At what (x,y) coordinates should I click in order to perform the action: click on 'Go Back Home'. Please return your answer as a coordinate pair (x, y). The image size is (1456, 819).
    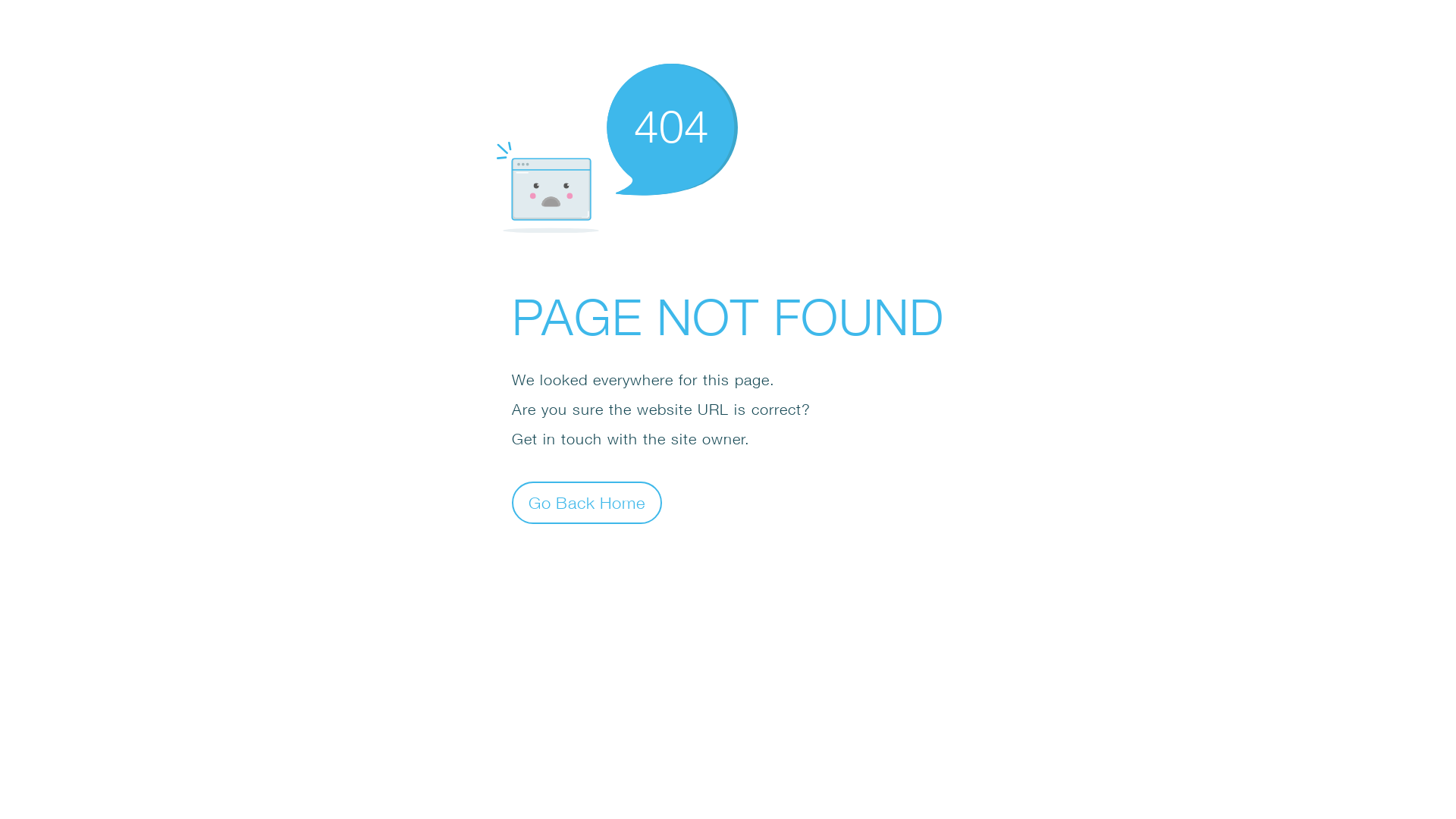
    Looking at the image, I should click on (585, 503).